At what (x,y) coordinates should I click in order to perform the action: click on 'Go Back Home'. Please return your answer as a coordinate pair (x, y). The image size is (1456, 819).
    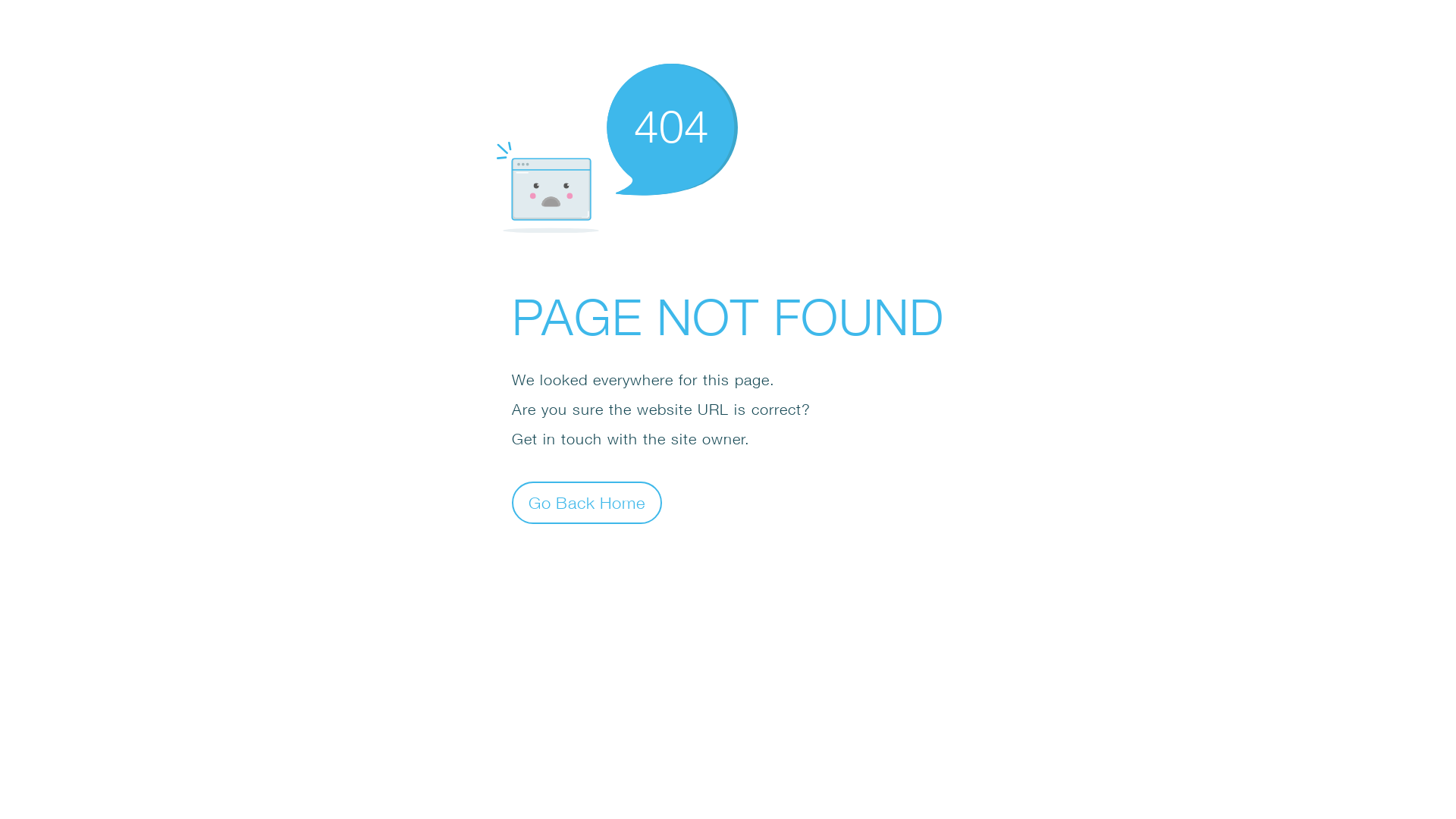
    Looking at the image, I should click on (585, 503).